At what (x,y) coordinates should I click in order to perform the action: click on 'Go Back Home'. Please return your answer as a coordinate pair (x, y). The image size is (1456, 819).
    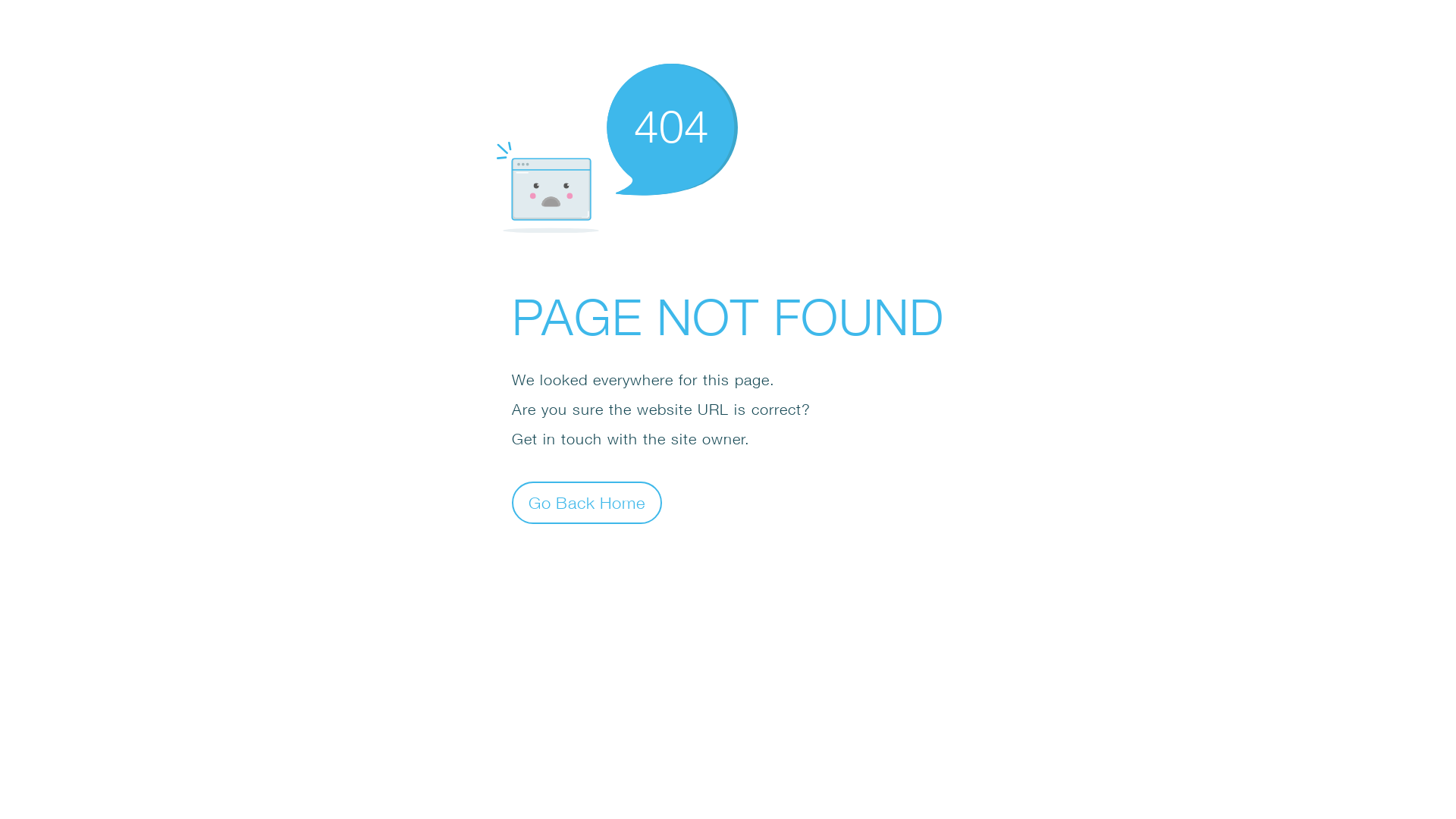
    Looking at the image, I should click on (585, 503).